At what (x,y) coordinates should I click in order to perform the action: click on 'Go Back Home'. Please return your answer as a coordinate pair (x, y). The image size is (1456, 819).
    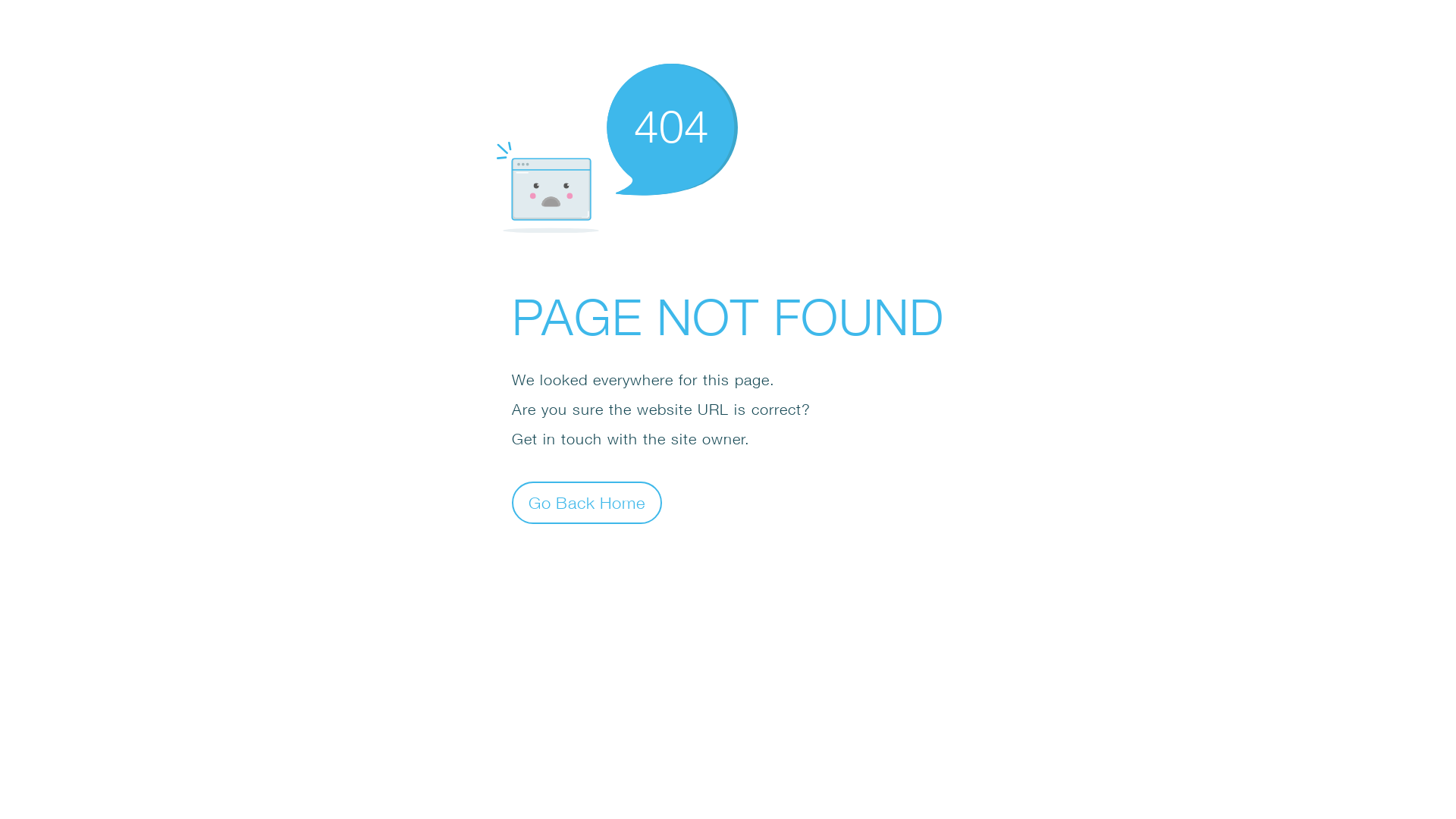
    Looking at the image, I should click on (585, 503).